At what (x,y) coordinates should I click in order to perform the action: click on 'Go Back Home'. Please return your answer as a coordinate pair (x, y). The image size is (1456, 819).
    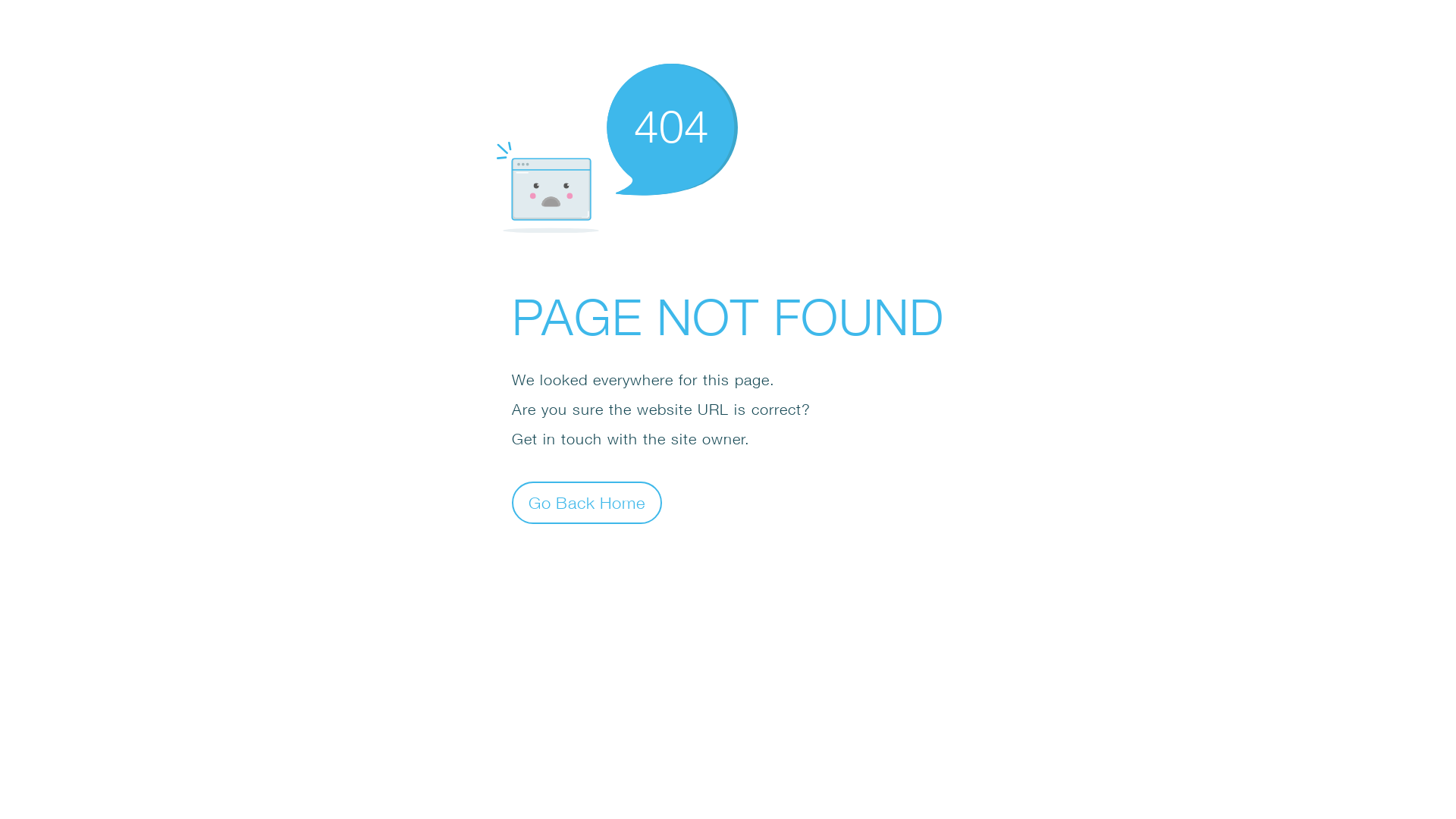
    Looking at the image, I should click on (585, 503).